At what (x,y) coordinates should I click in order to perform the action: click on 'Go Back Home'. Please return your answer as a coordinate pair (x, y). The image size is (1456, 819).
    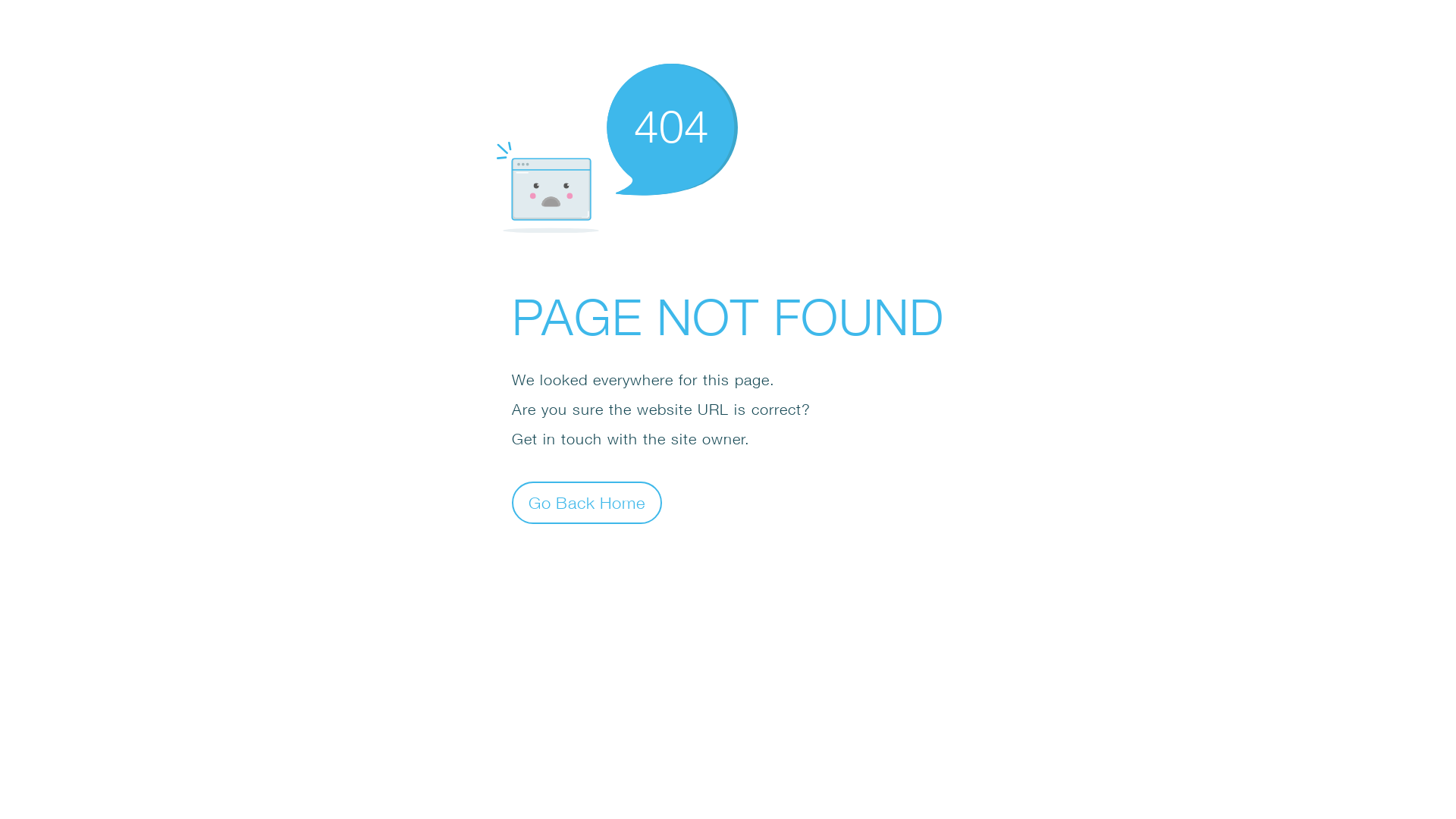
    Looking at the image, I should click on (585, 503).